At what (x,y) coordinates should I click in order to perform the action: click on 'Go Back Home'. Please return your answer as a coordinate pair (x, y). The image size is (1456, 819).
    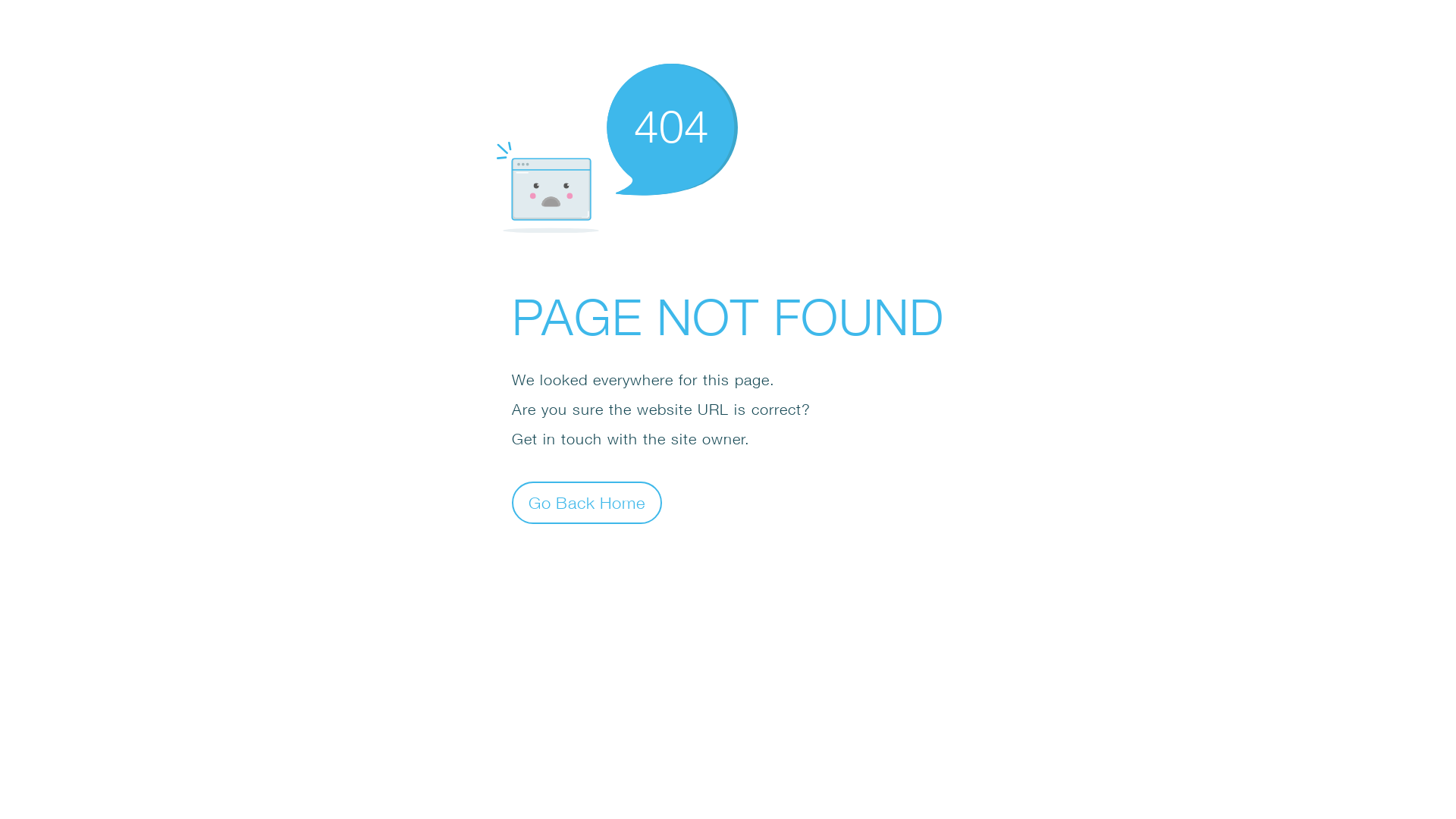
    Looking at the image, I should click on (585, 503).